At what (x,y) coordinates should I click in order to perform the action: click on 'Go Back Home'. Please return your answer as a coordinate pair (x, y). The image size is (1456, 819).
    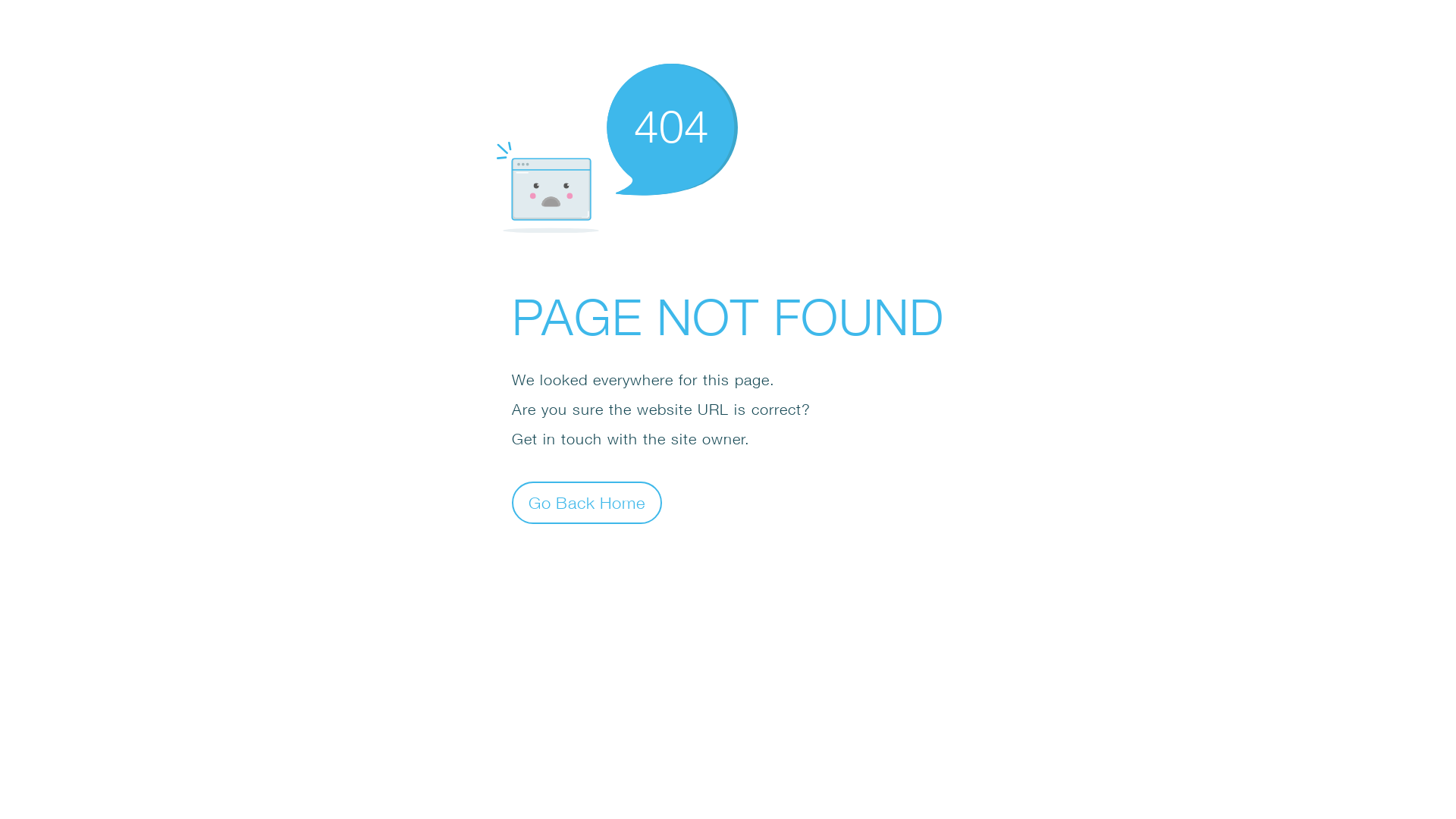
    Looking at the image, I should click on (585, 503).